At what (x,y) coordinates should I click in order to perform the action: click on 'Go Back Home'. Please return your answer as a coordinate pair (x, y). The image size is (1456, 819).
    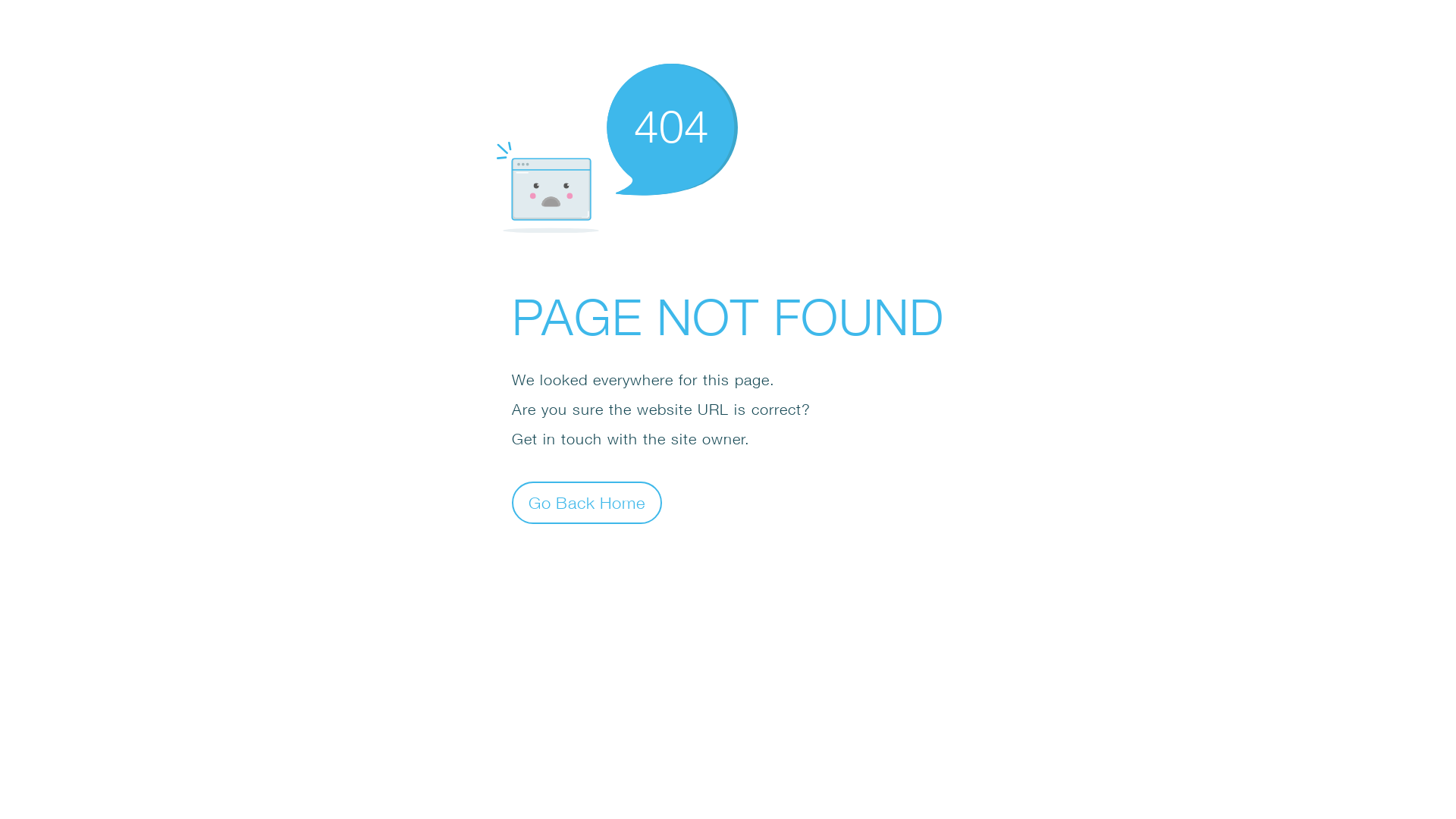
    Looking at the image, I should click on (585, 503).